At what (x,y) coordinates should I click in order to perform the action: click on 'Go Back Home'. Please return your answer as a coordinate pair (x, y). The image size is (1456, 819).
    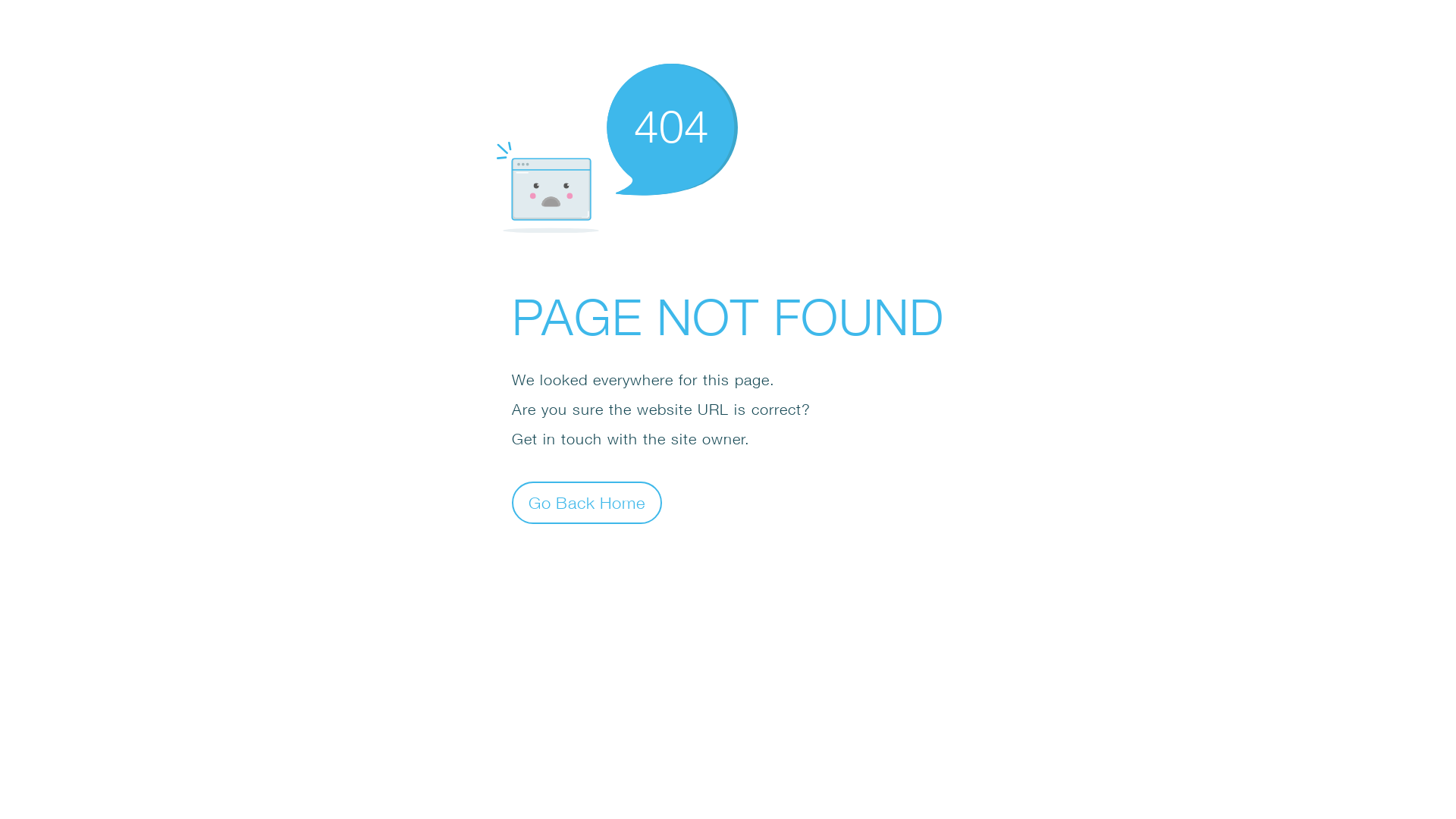
    Looking at the image, I should click on (585, 503).